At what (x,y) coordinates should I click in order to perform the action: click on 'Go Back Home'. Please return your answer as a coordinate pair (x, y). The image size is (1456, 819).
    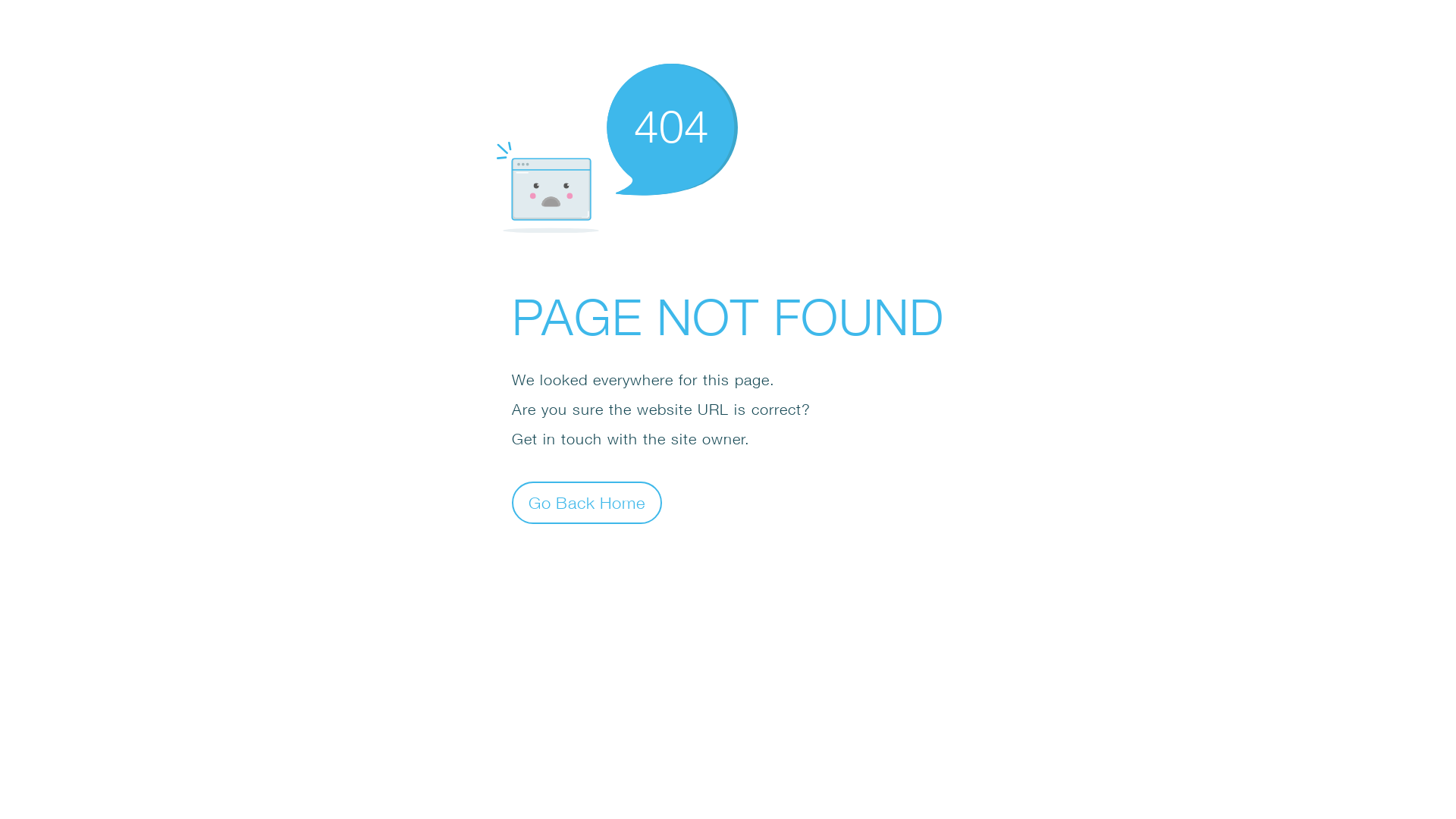
    Looking at the image, I should click on (585, 503).